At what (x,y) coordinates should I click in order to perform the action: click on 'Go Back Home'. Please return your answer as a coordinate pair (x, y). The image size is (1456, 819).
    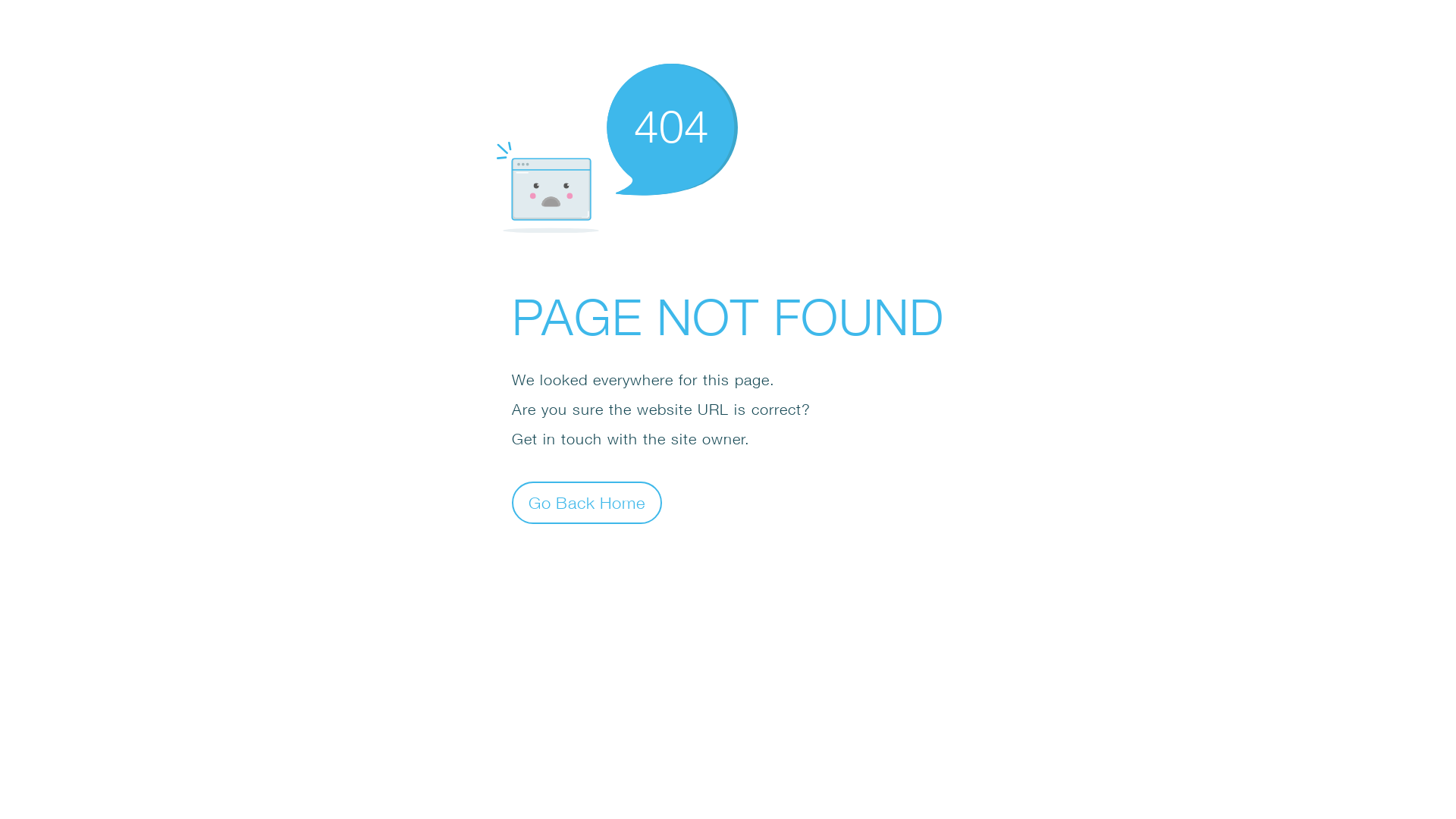
    Looking at the image, I should click on (585, 503).